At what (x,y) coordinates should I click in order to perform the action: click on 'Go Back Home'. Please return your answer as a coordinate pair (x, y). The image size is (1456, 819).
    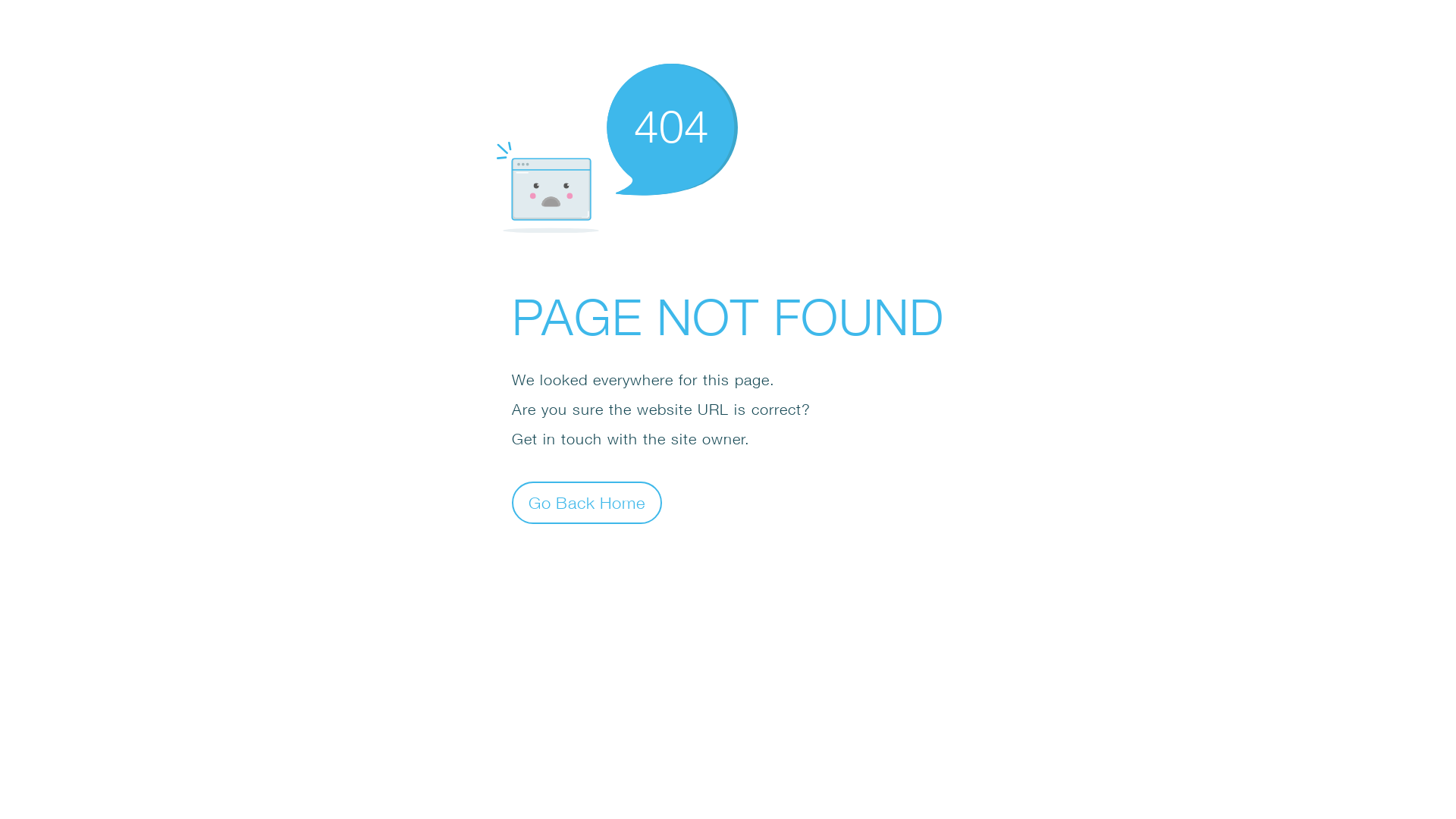
    Looking at the image, I should click on (585, 503).